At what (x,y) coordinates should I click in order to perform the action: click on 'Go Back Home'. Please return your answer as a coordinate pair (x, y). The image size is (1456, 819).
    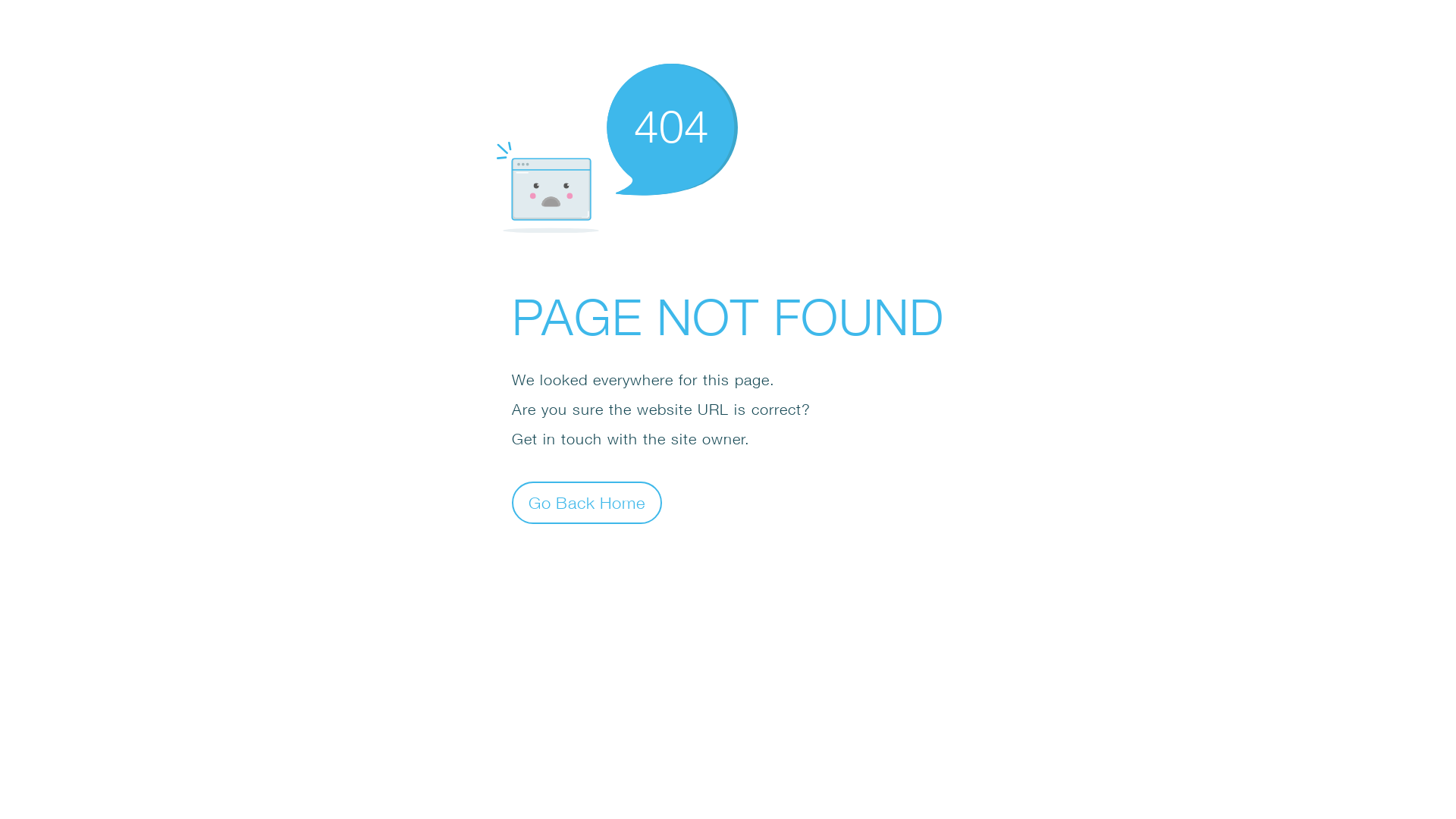
    Looking at the image, I should click on (585, 503).